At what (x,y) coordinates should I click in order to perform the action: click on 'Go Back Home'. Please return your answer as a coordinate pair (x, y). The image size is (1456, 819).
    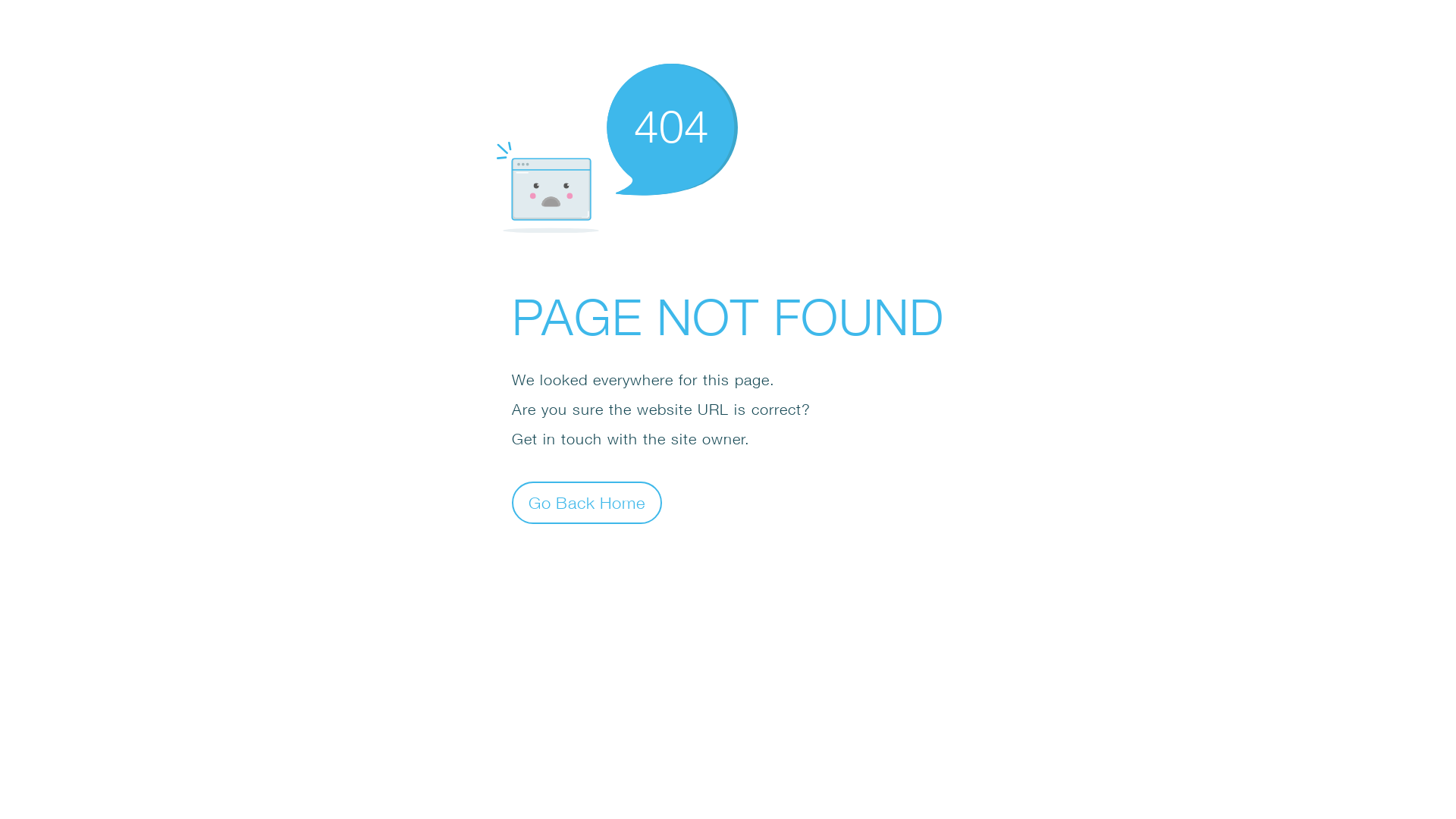
    Looking at the image, I should click on (585, 503).